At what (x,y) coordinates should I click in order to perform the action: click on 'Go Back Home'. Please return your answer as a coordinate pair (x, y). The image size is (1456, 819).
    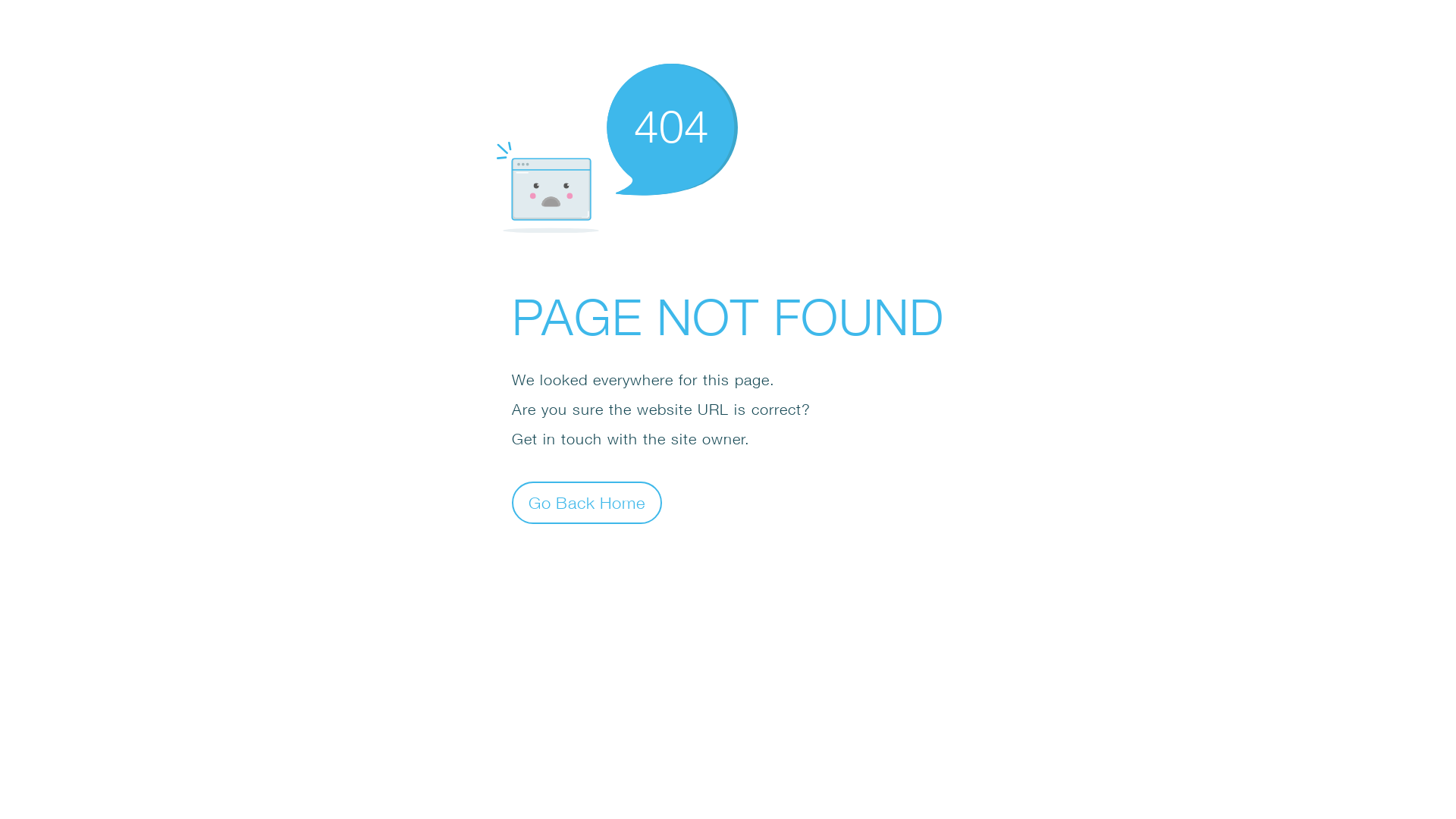
    Looking at the image, I should click on (585, 503).